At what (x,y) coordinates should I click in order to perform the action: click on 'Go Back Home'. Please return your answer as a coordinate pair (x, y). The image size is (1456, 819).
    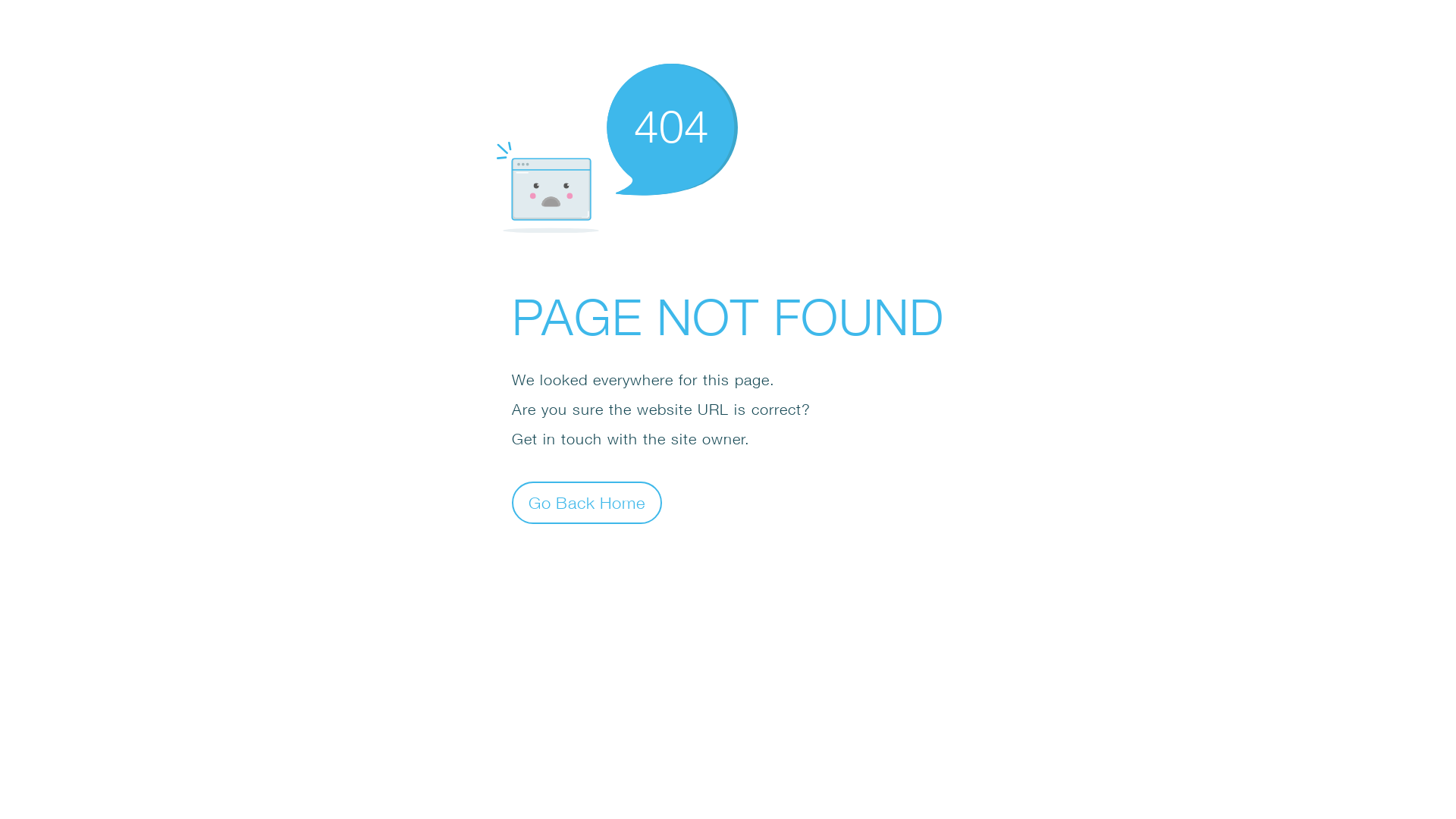
    Looking at the image, I should click on (585, 503).